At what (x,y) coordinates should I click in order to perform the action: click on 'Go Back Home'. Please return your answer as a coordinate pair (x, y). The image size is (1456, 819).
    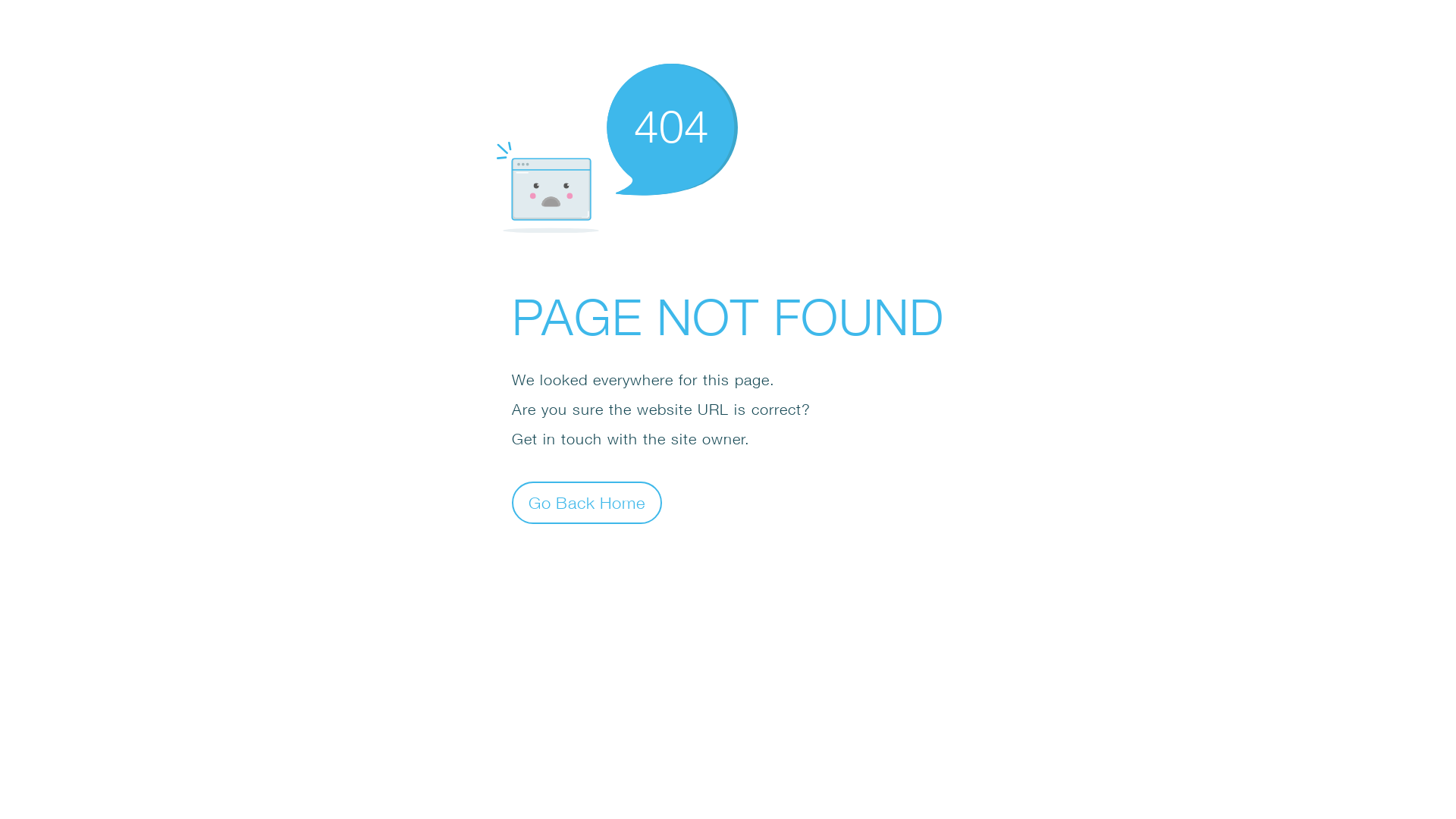
    Looking at the image, I should click on (585, 503).